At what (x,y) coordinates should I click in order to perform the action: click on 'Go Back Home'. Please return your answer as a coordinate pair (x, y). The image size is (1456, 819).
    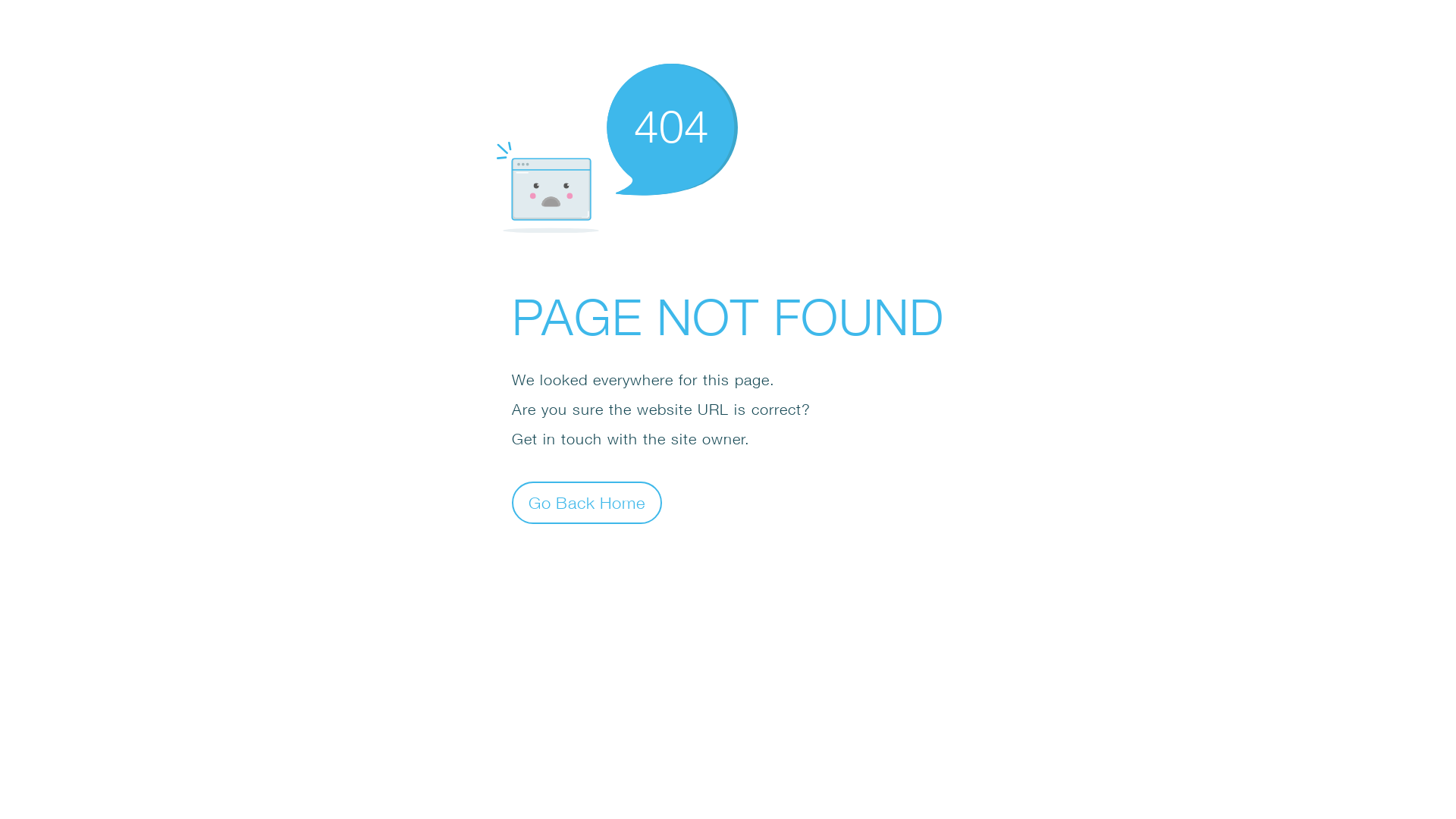
    Looking at the image, I should click on (585, 503).